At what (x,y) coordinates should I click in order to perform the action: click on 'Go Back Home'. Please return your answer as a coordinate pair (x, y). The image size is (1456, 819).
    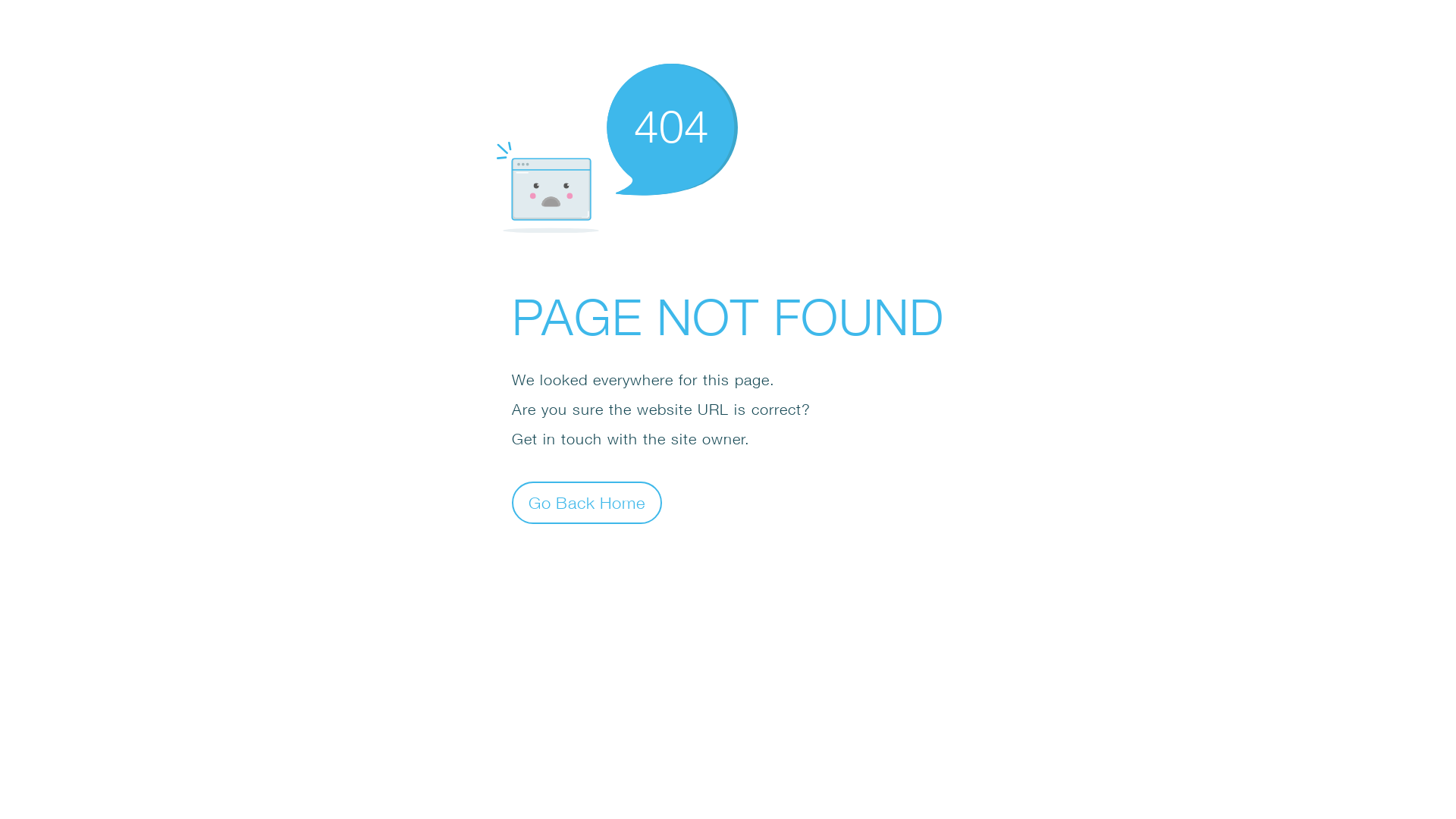
    Looking at the image, I should click on (585, 503).